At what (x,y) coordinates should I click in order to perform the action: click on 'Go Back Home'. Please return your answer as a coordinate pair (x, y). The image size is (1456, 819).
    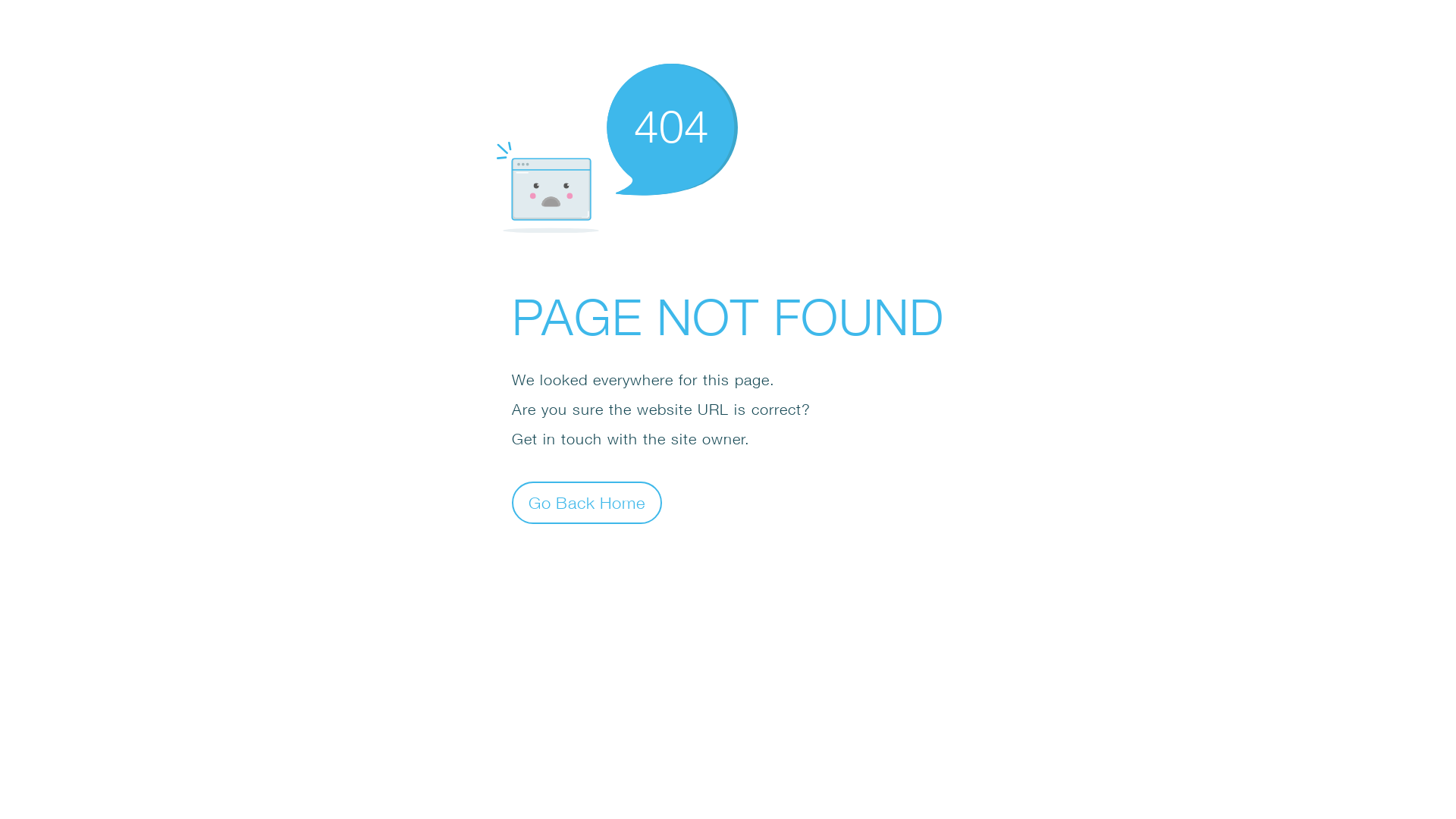
    Looking at the image, I should click on (585, 503).